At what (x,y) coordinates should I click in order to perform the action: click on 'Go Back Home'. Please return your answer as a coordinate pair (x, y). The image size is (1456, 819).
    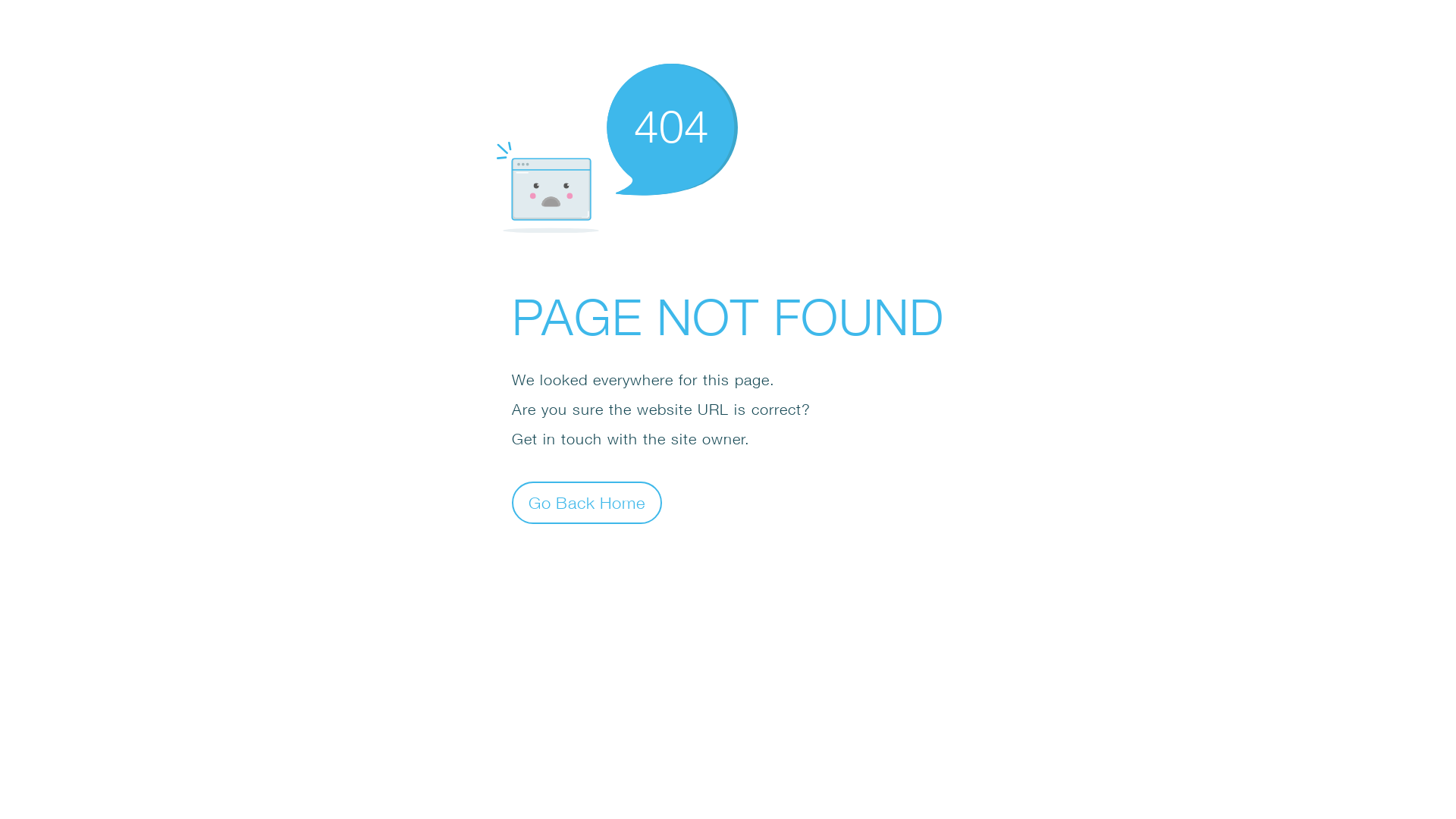
    Looking at the image, I should click on (585, 503).